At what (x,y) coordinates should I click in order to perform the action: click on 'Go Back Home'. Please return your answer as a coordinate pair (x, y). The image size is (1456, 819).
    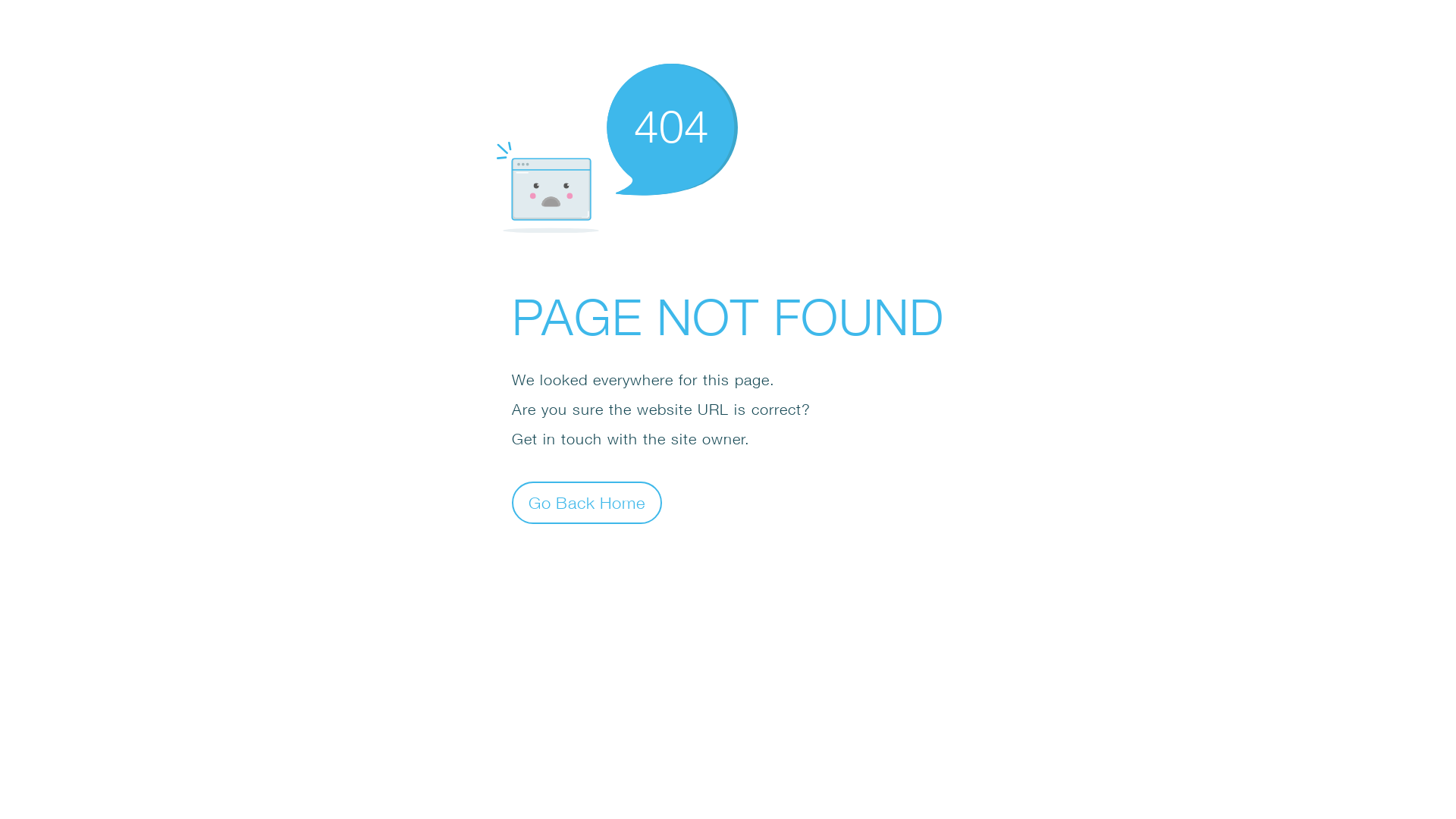
    Looking at the image, I should click on (585, 503).